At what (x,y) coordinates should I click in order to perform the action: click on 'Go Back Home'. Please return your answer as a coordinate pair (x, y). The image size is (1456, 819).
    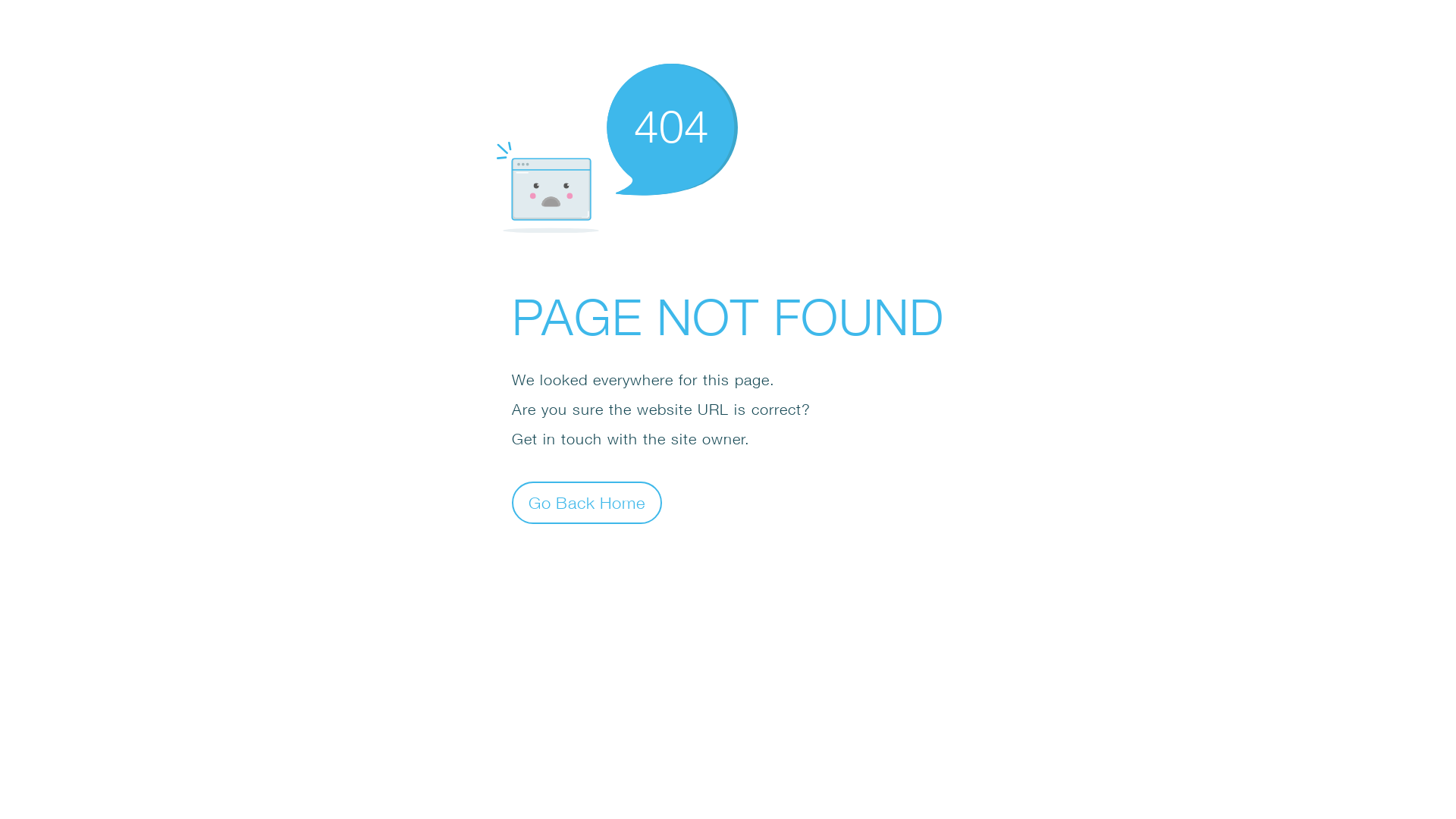
    Looking at the image, I should click on (585, 503).